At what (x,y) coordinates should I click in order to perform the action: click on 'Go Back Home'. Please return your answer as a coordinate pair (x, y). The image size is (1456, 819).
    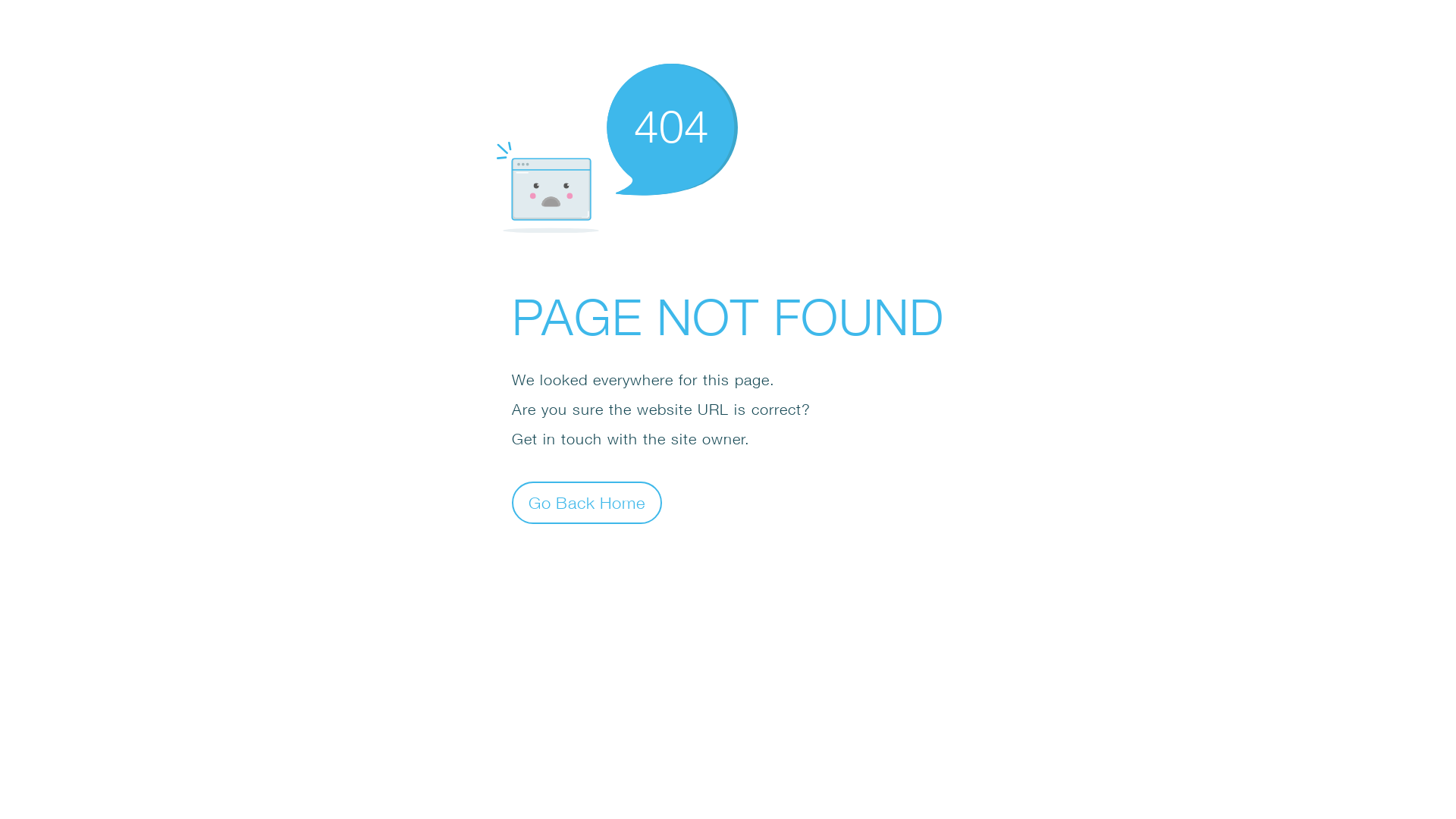
    Looking at the image, I should click on (585, 503).